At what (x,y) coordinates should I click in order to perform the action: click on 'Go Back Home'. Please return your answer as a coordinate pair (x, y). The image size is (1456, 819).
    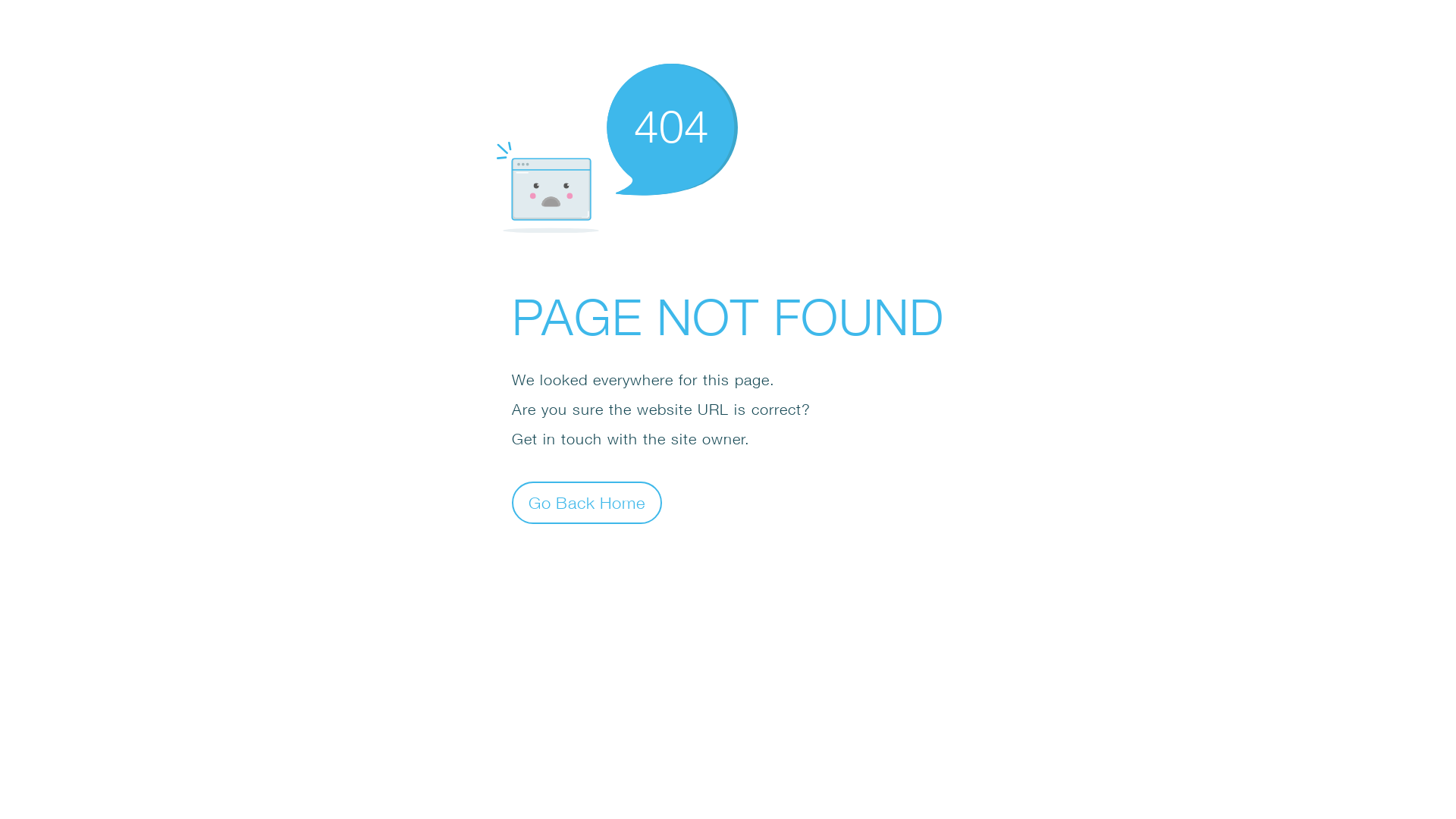
    Looking at the image, I should click on (585, 503).